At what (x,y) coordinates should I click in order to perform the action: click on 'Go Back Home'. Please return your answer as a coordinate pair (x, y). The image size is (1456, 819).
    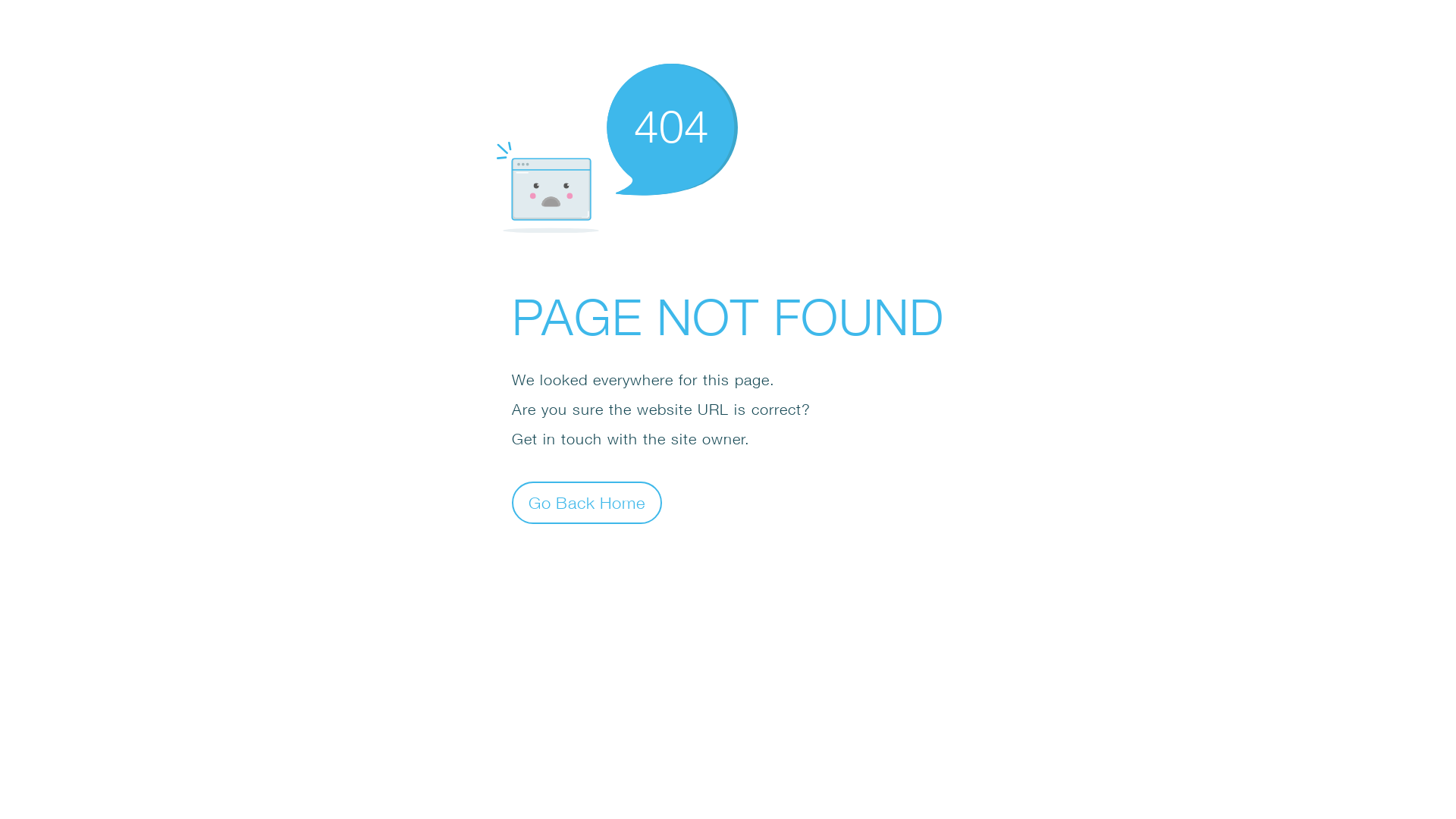
    Looking at the image, I should click on (585, 503).